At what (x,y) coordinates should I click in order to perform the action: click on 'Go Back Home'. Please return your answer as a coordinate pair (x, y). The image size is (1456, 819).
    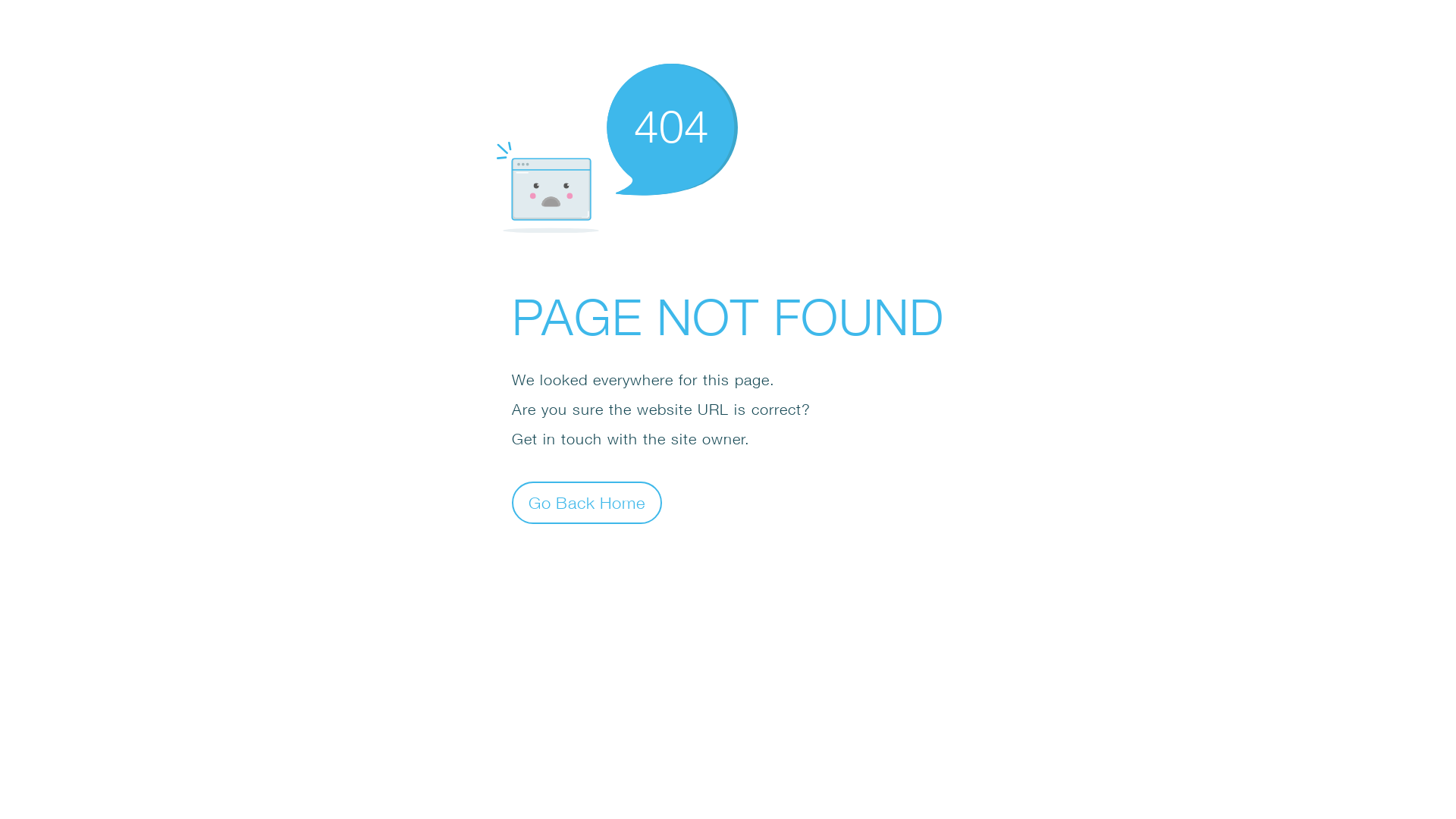
    Looking at the image, I should click on (585, 503).